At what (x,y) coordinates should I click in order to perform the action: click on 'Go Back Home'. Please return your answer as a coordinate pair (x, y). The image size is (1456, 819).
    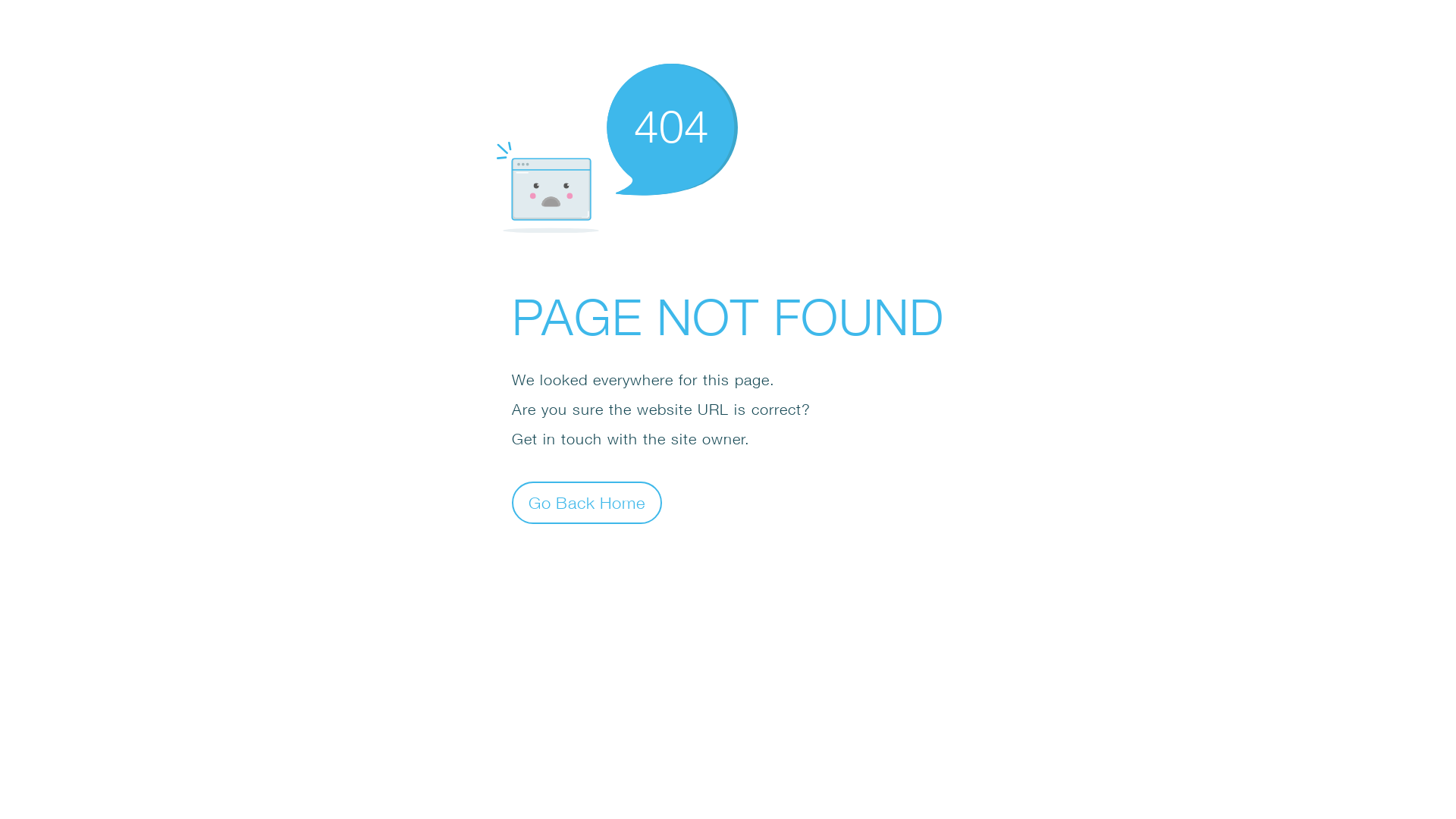
    Looking at the image, I should click on (585, 503).